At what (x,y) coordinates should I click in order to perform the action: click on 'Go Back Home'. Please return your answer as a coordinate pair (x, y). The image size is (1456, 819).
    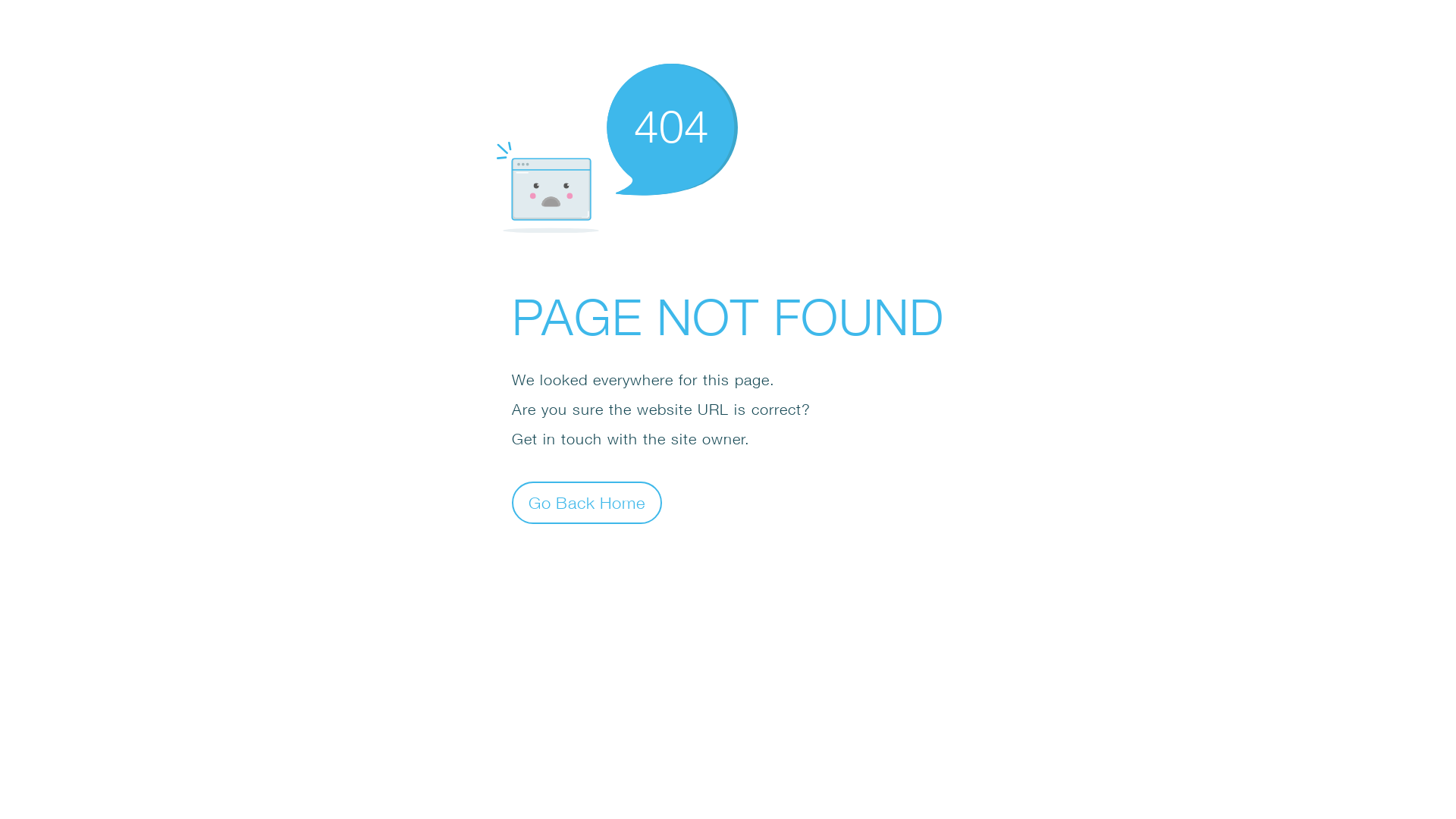
    Looking at the image, I should click on (585, 503).